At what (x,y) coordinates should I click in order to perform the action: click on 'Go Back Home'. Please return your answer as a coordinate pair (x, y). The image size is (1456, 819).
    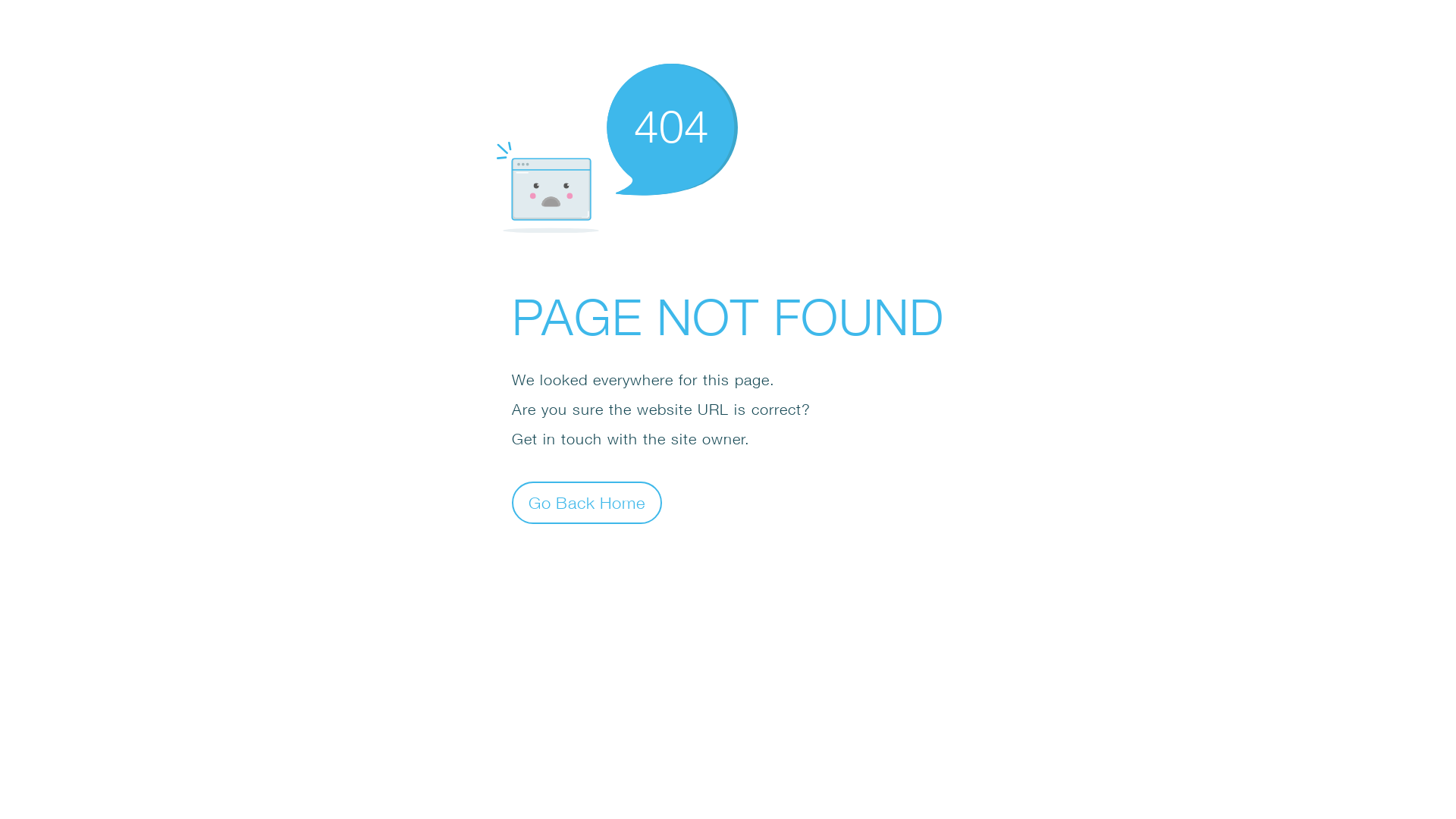
    Looking at the image, I should click on (585, 503).